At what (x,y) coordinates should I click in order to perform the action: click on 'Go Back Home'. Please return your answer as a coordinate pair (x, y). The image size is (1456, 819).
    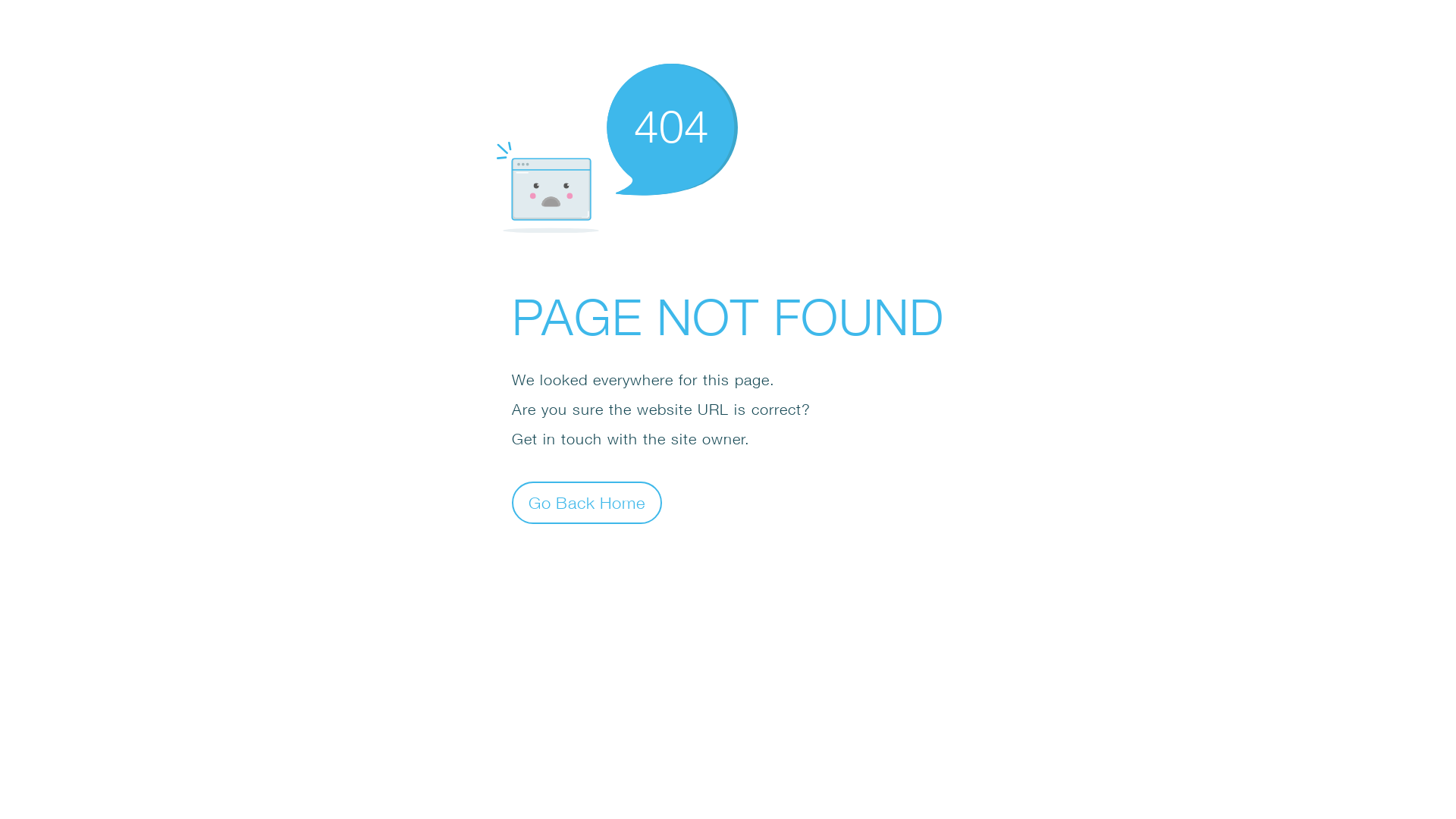
    Looking at the image, I should click on (585, 503).